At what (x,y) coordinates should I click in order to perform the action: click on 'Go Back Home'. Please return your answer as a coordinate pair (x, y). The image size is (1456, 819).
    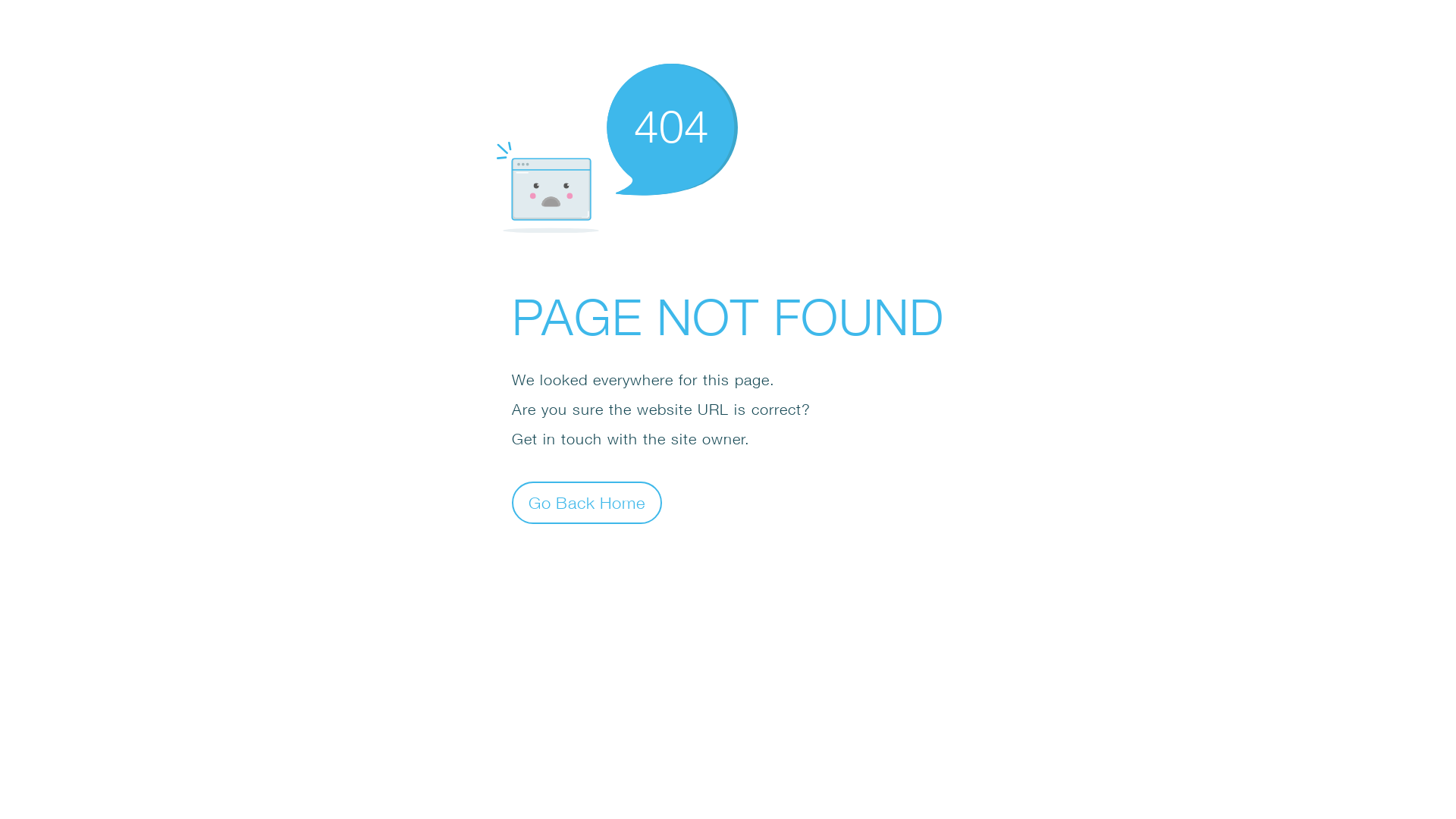
    Looking at the image, I should click on (585, 503).